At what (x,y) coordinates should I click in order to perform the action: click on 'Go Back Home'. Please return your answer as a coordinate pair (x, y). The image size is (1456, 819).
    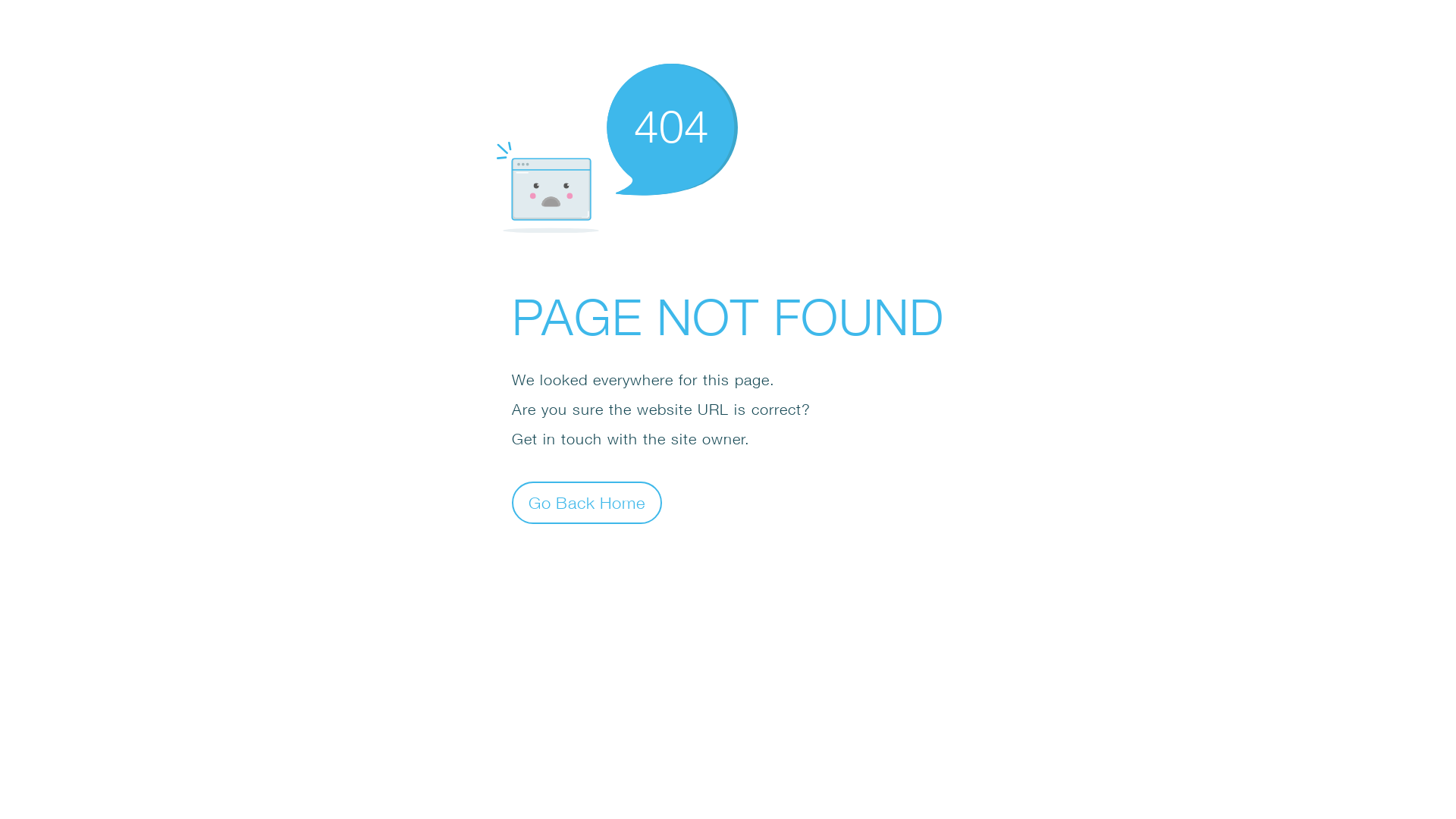
    Looking at the image, I should click on (585, 503).